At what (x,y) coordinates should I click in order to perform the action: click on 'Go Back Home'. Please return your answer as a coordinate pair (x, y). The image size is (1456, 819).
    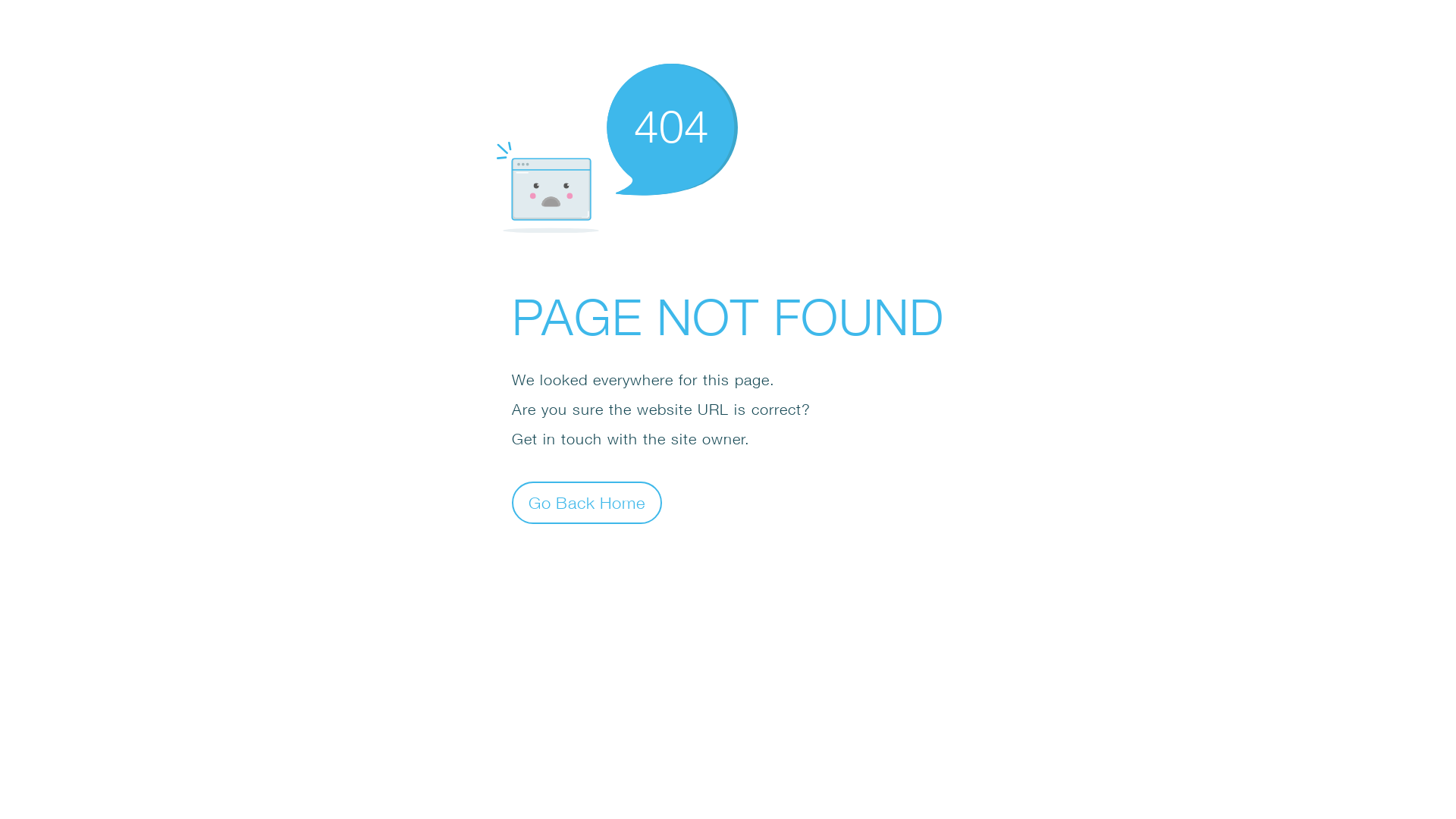
    Looking at the image, I should click on (585, 503).